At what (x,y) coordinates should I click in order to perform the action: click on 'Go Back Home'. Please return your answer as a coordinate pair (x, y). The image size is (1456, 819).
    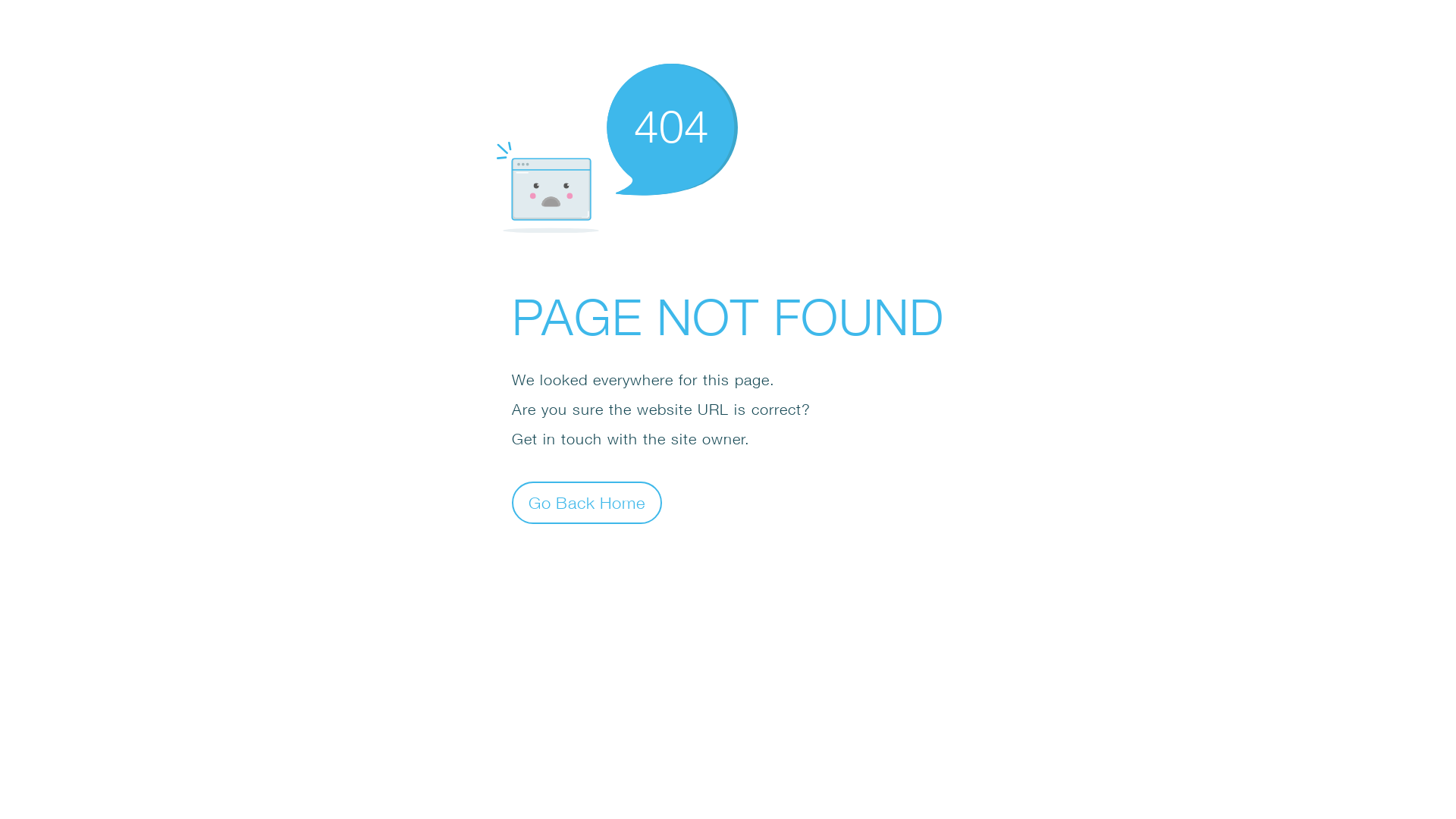
    Looking at the image, I should click on (585, 503).